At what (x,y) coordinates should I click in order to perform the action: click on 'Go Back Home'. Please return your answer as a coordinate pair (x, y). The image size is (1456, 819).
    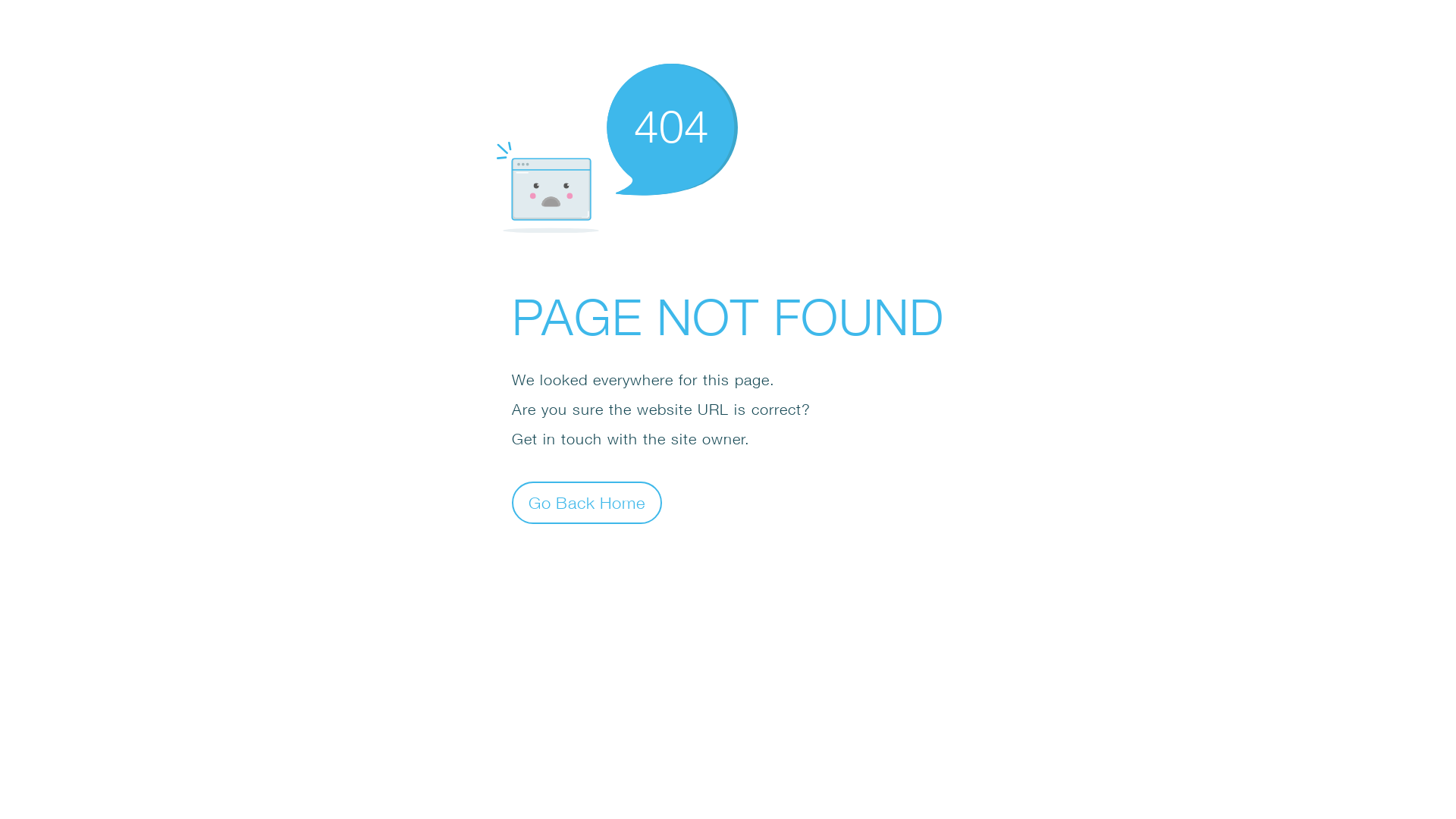
    Looking at the image, I should click on (585, 503).